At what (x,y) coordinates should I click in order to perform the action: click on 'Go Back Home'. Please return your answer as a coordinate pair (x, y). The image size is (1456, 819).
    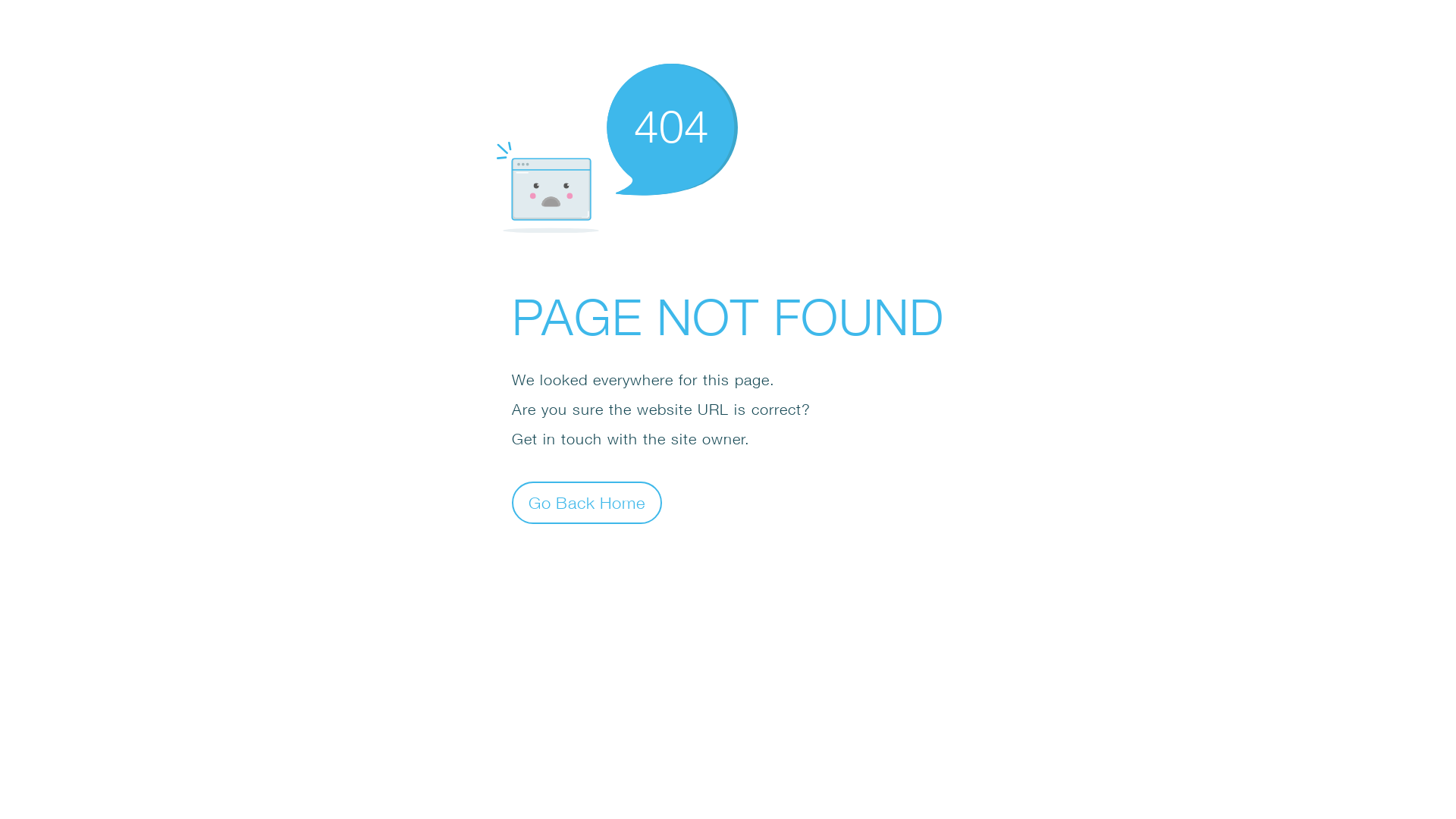
    Looking at the image, I should click on (585, 503).